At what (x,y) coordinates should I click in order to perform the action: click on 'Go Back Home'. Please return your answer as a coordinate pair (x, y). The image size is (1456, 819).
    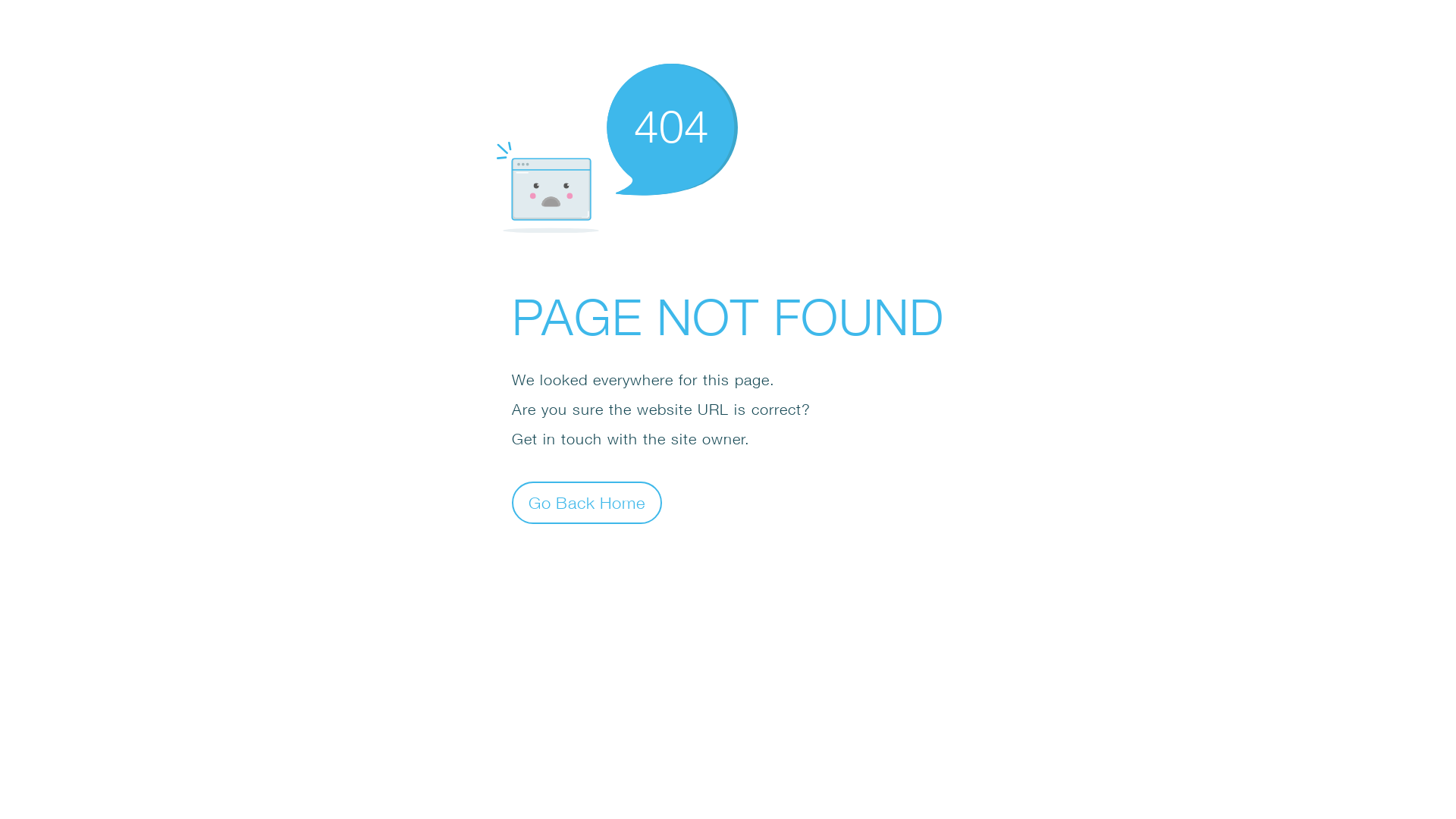
    Looking at the image, I should click on (585, 503).